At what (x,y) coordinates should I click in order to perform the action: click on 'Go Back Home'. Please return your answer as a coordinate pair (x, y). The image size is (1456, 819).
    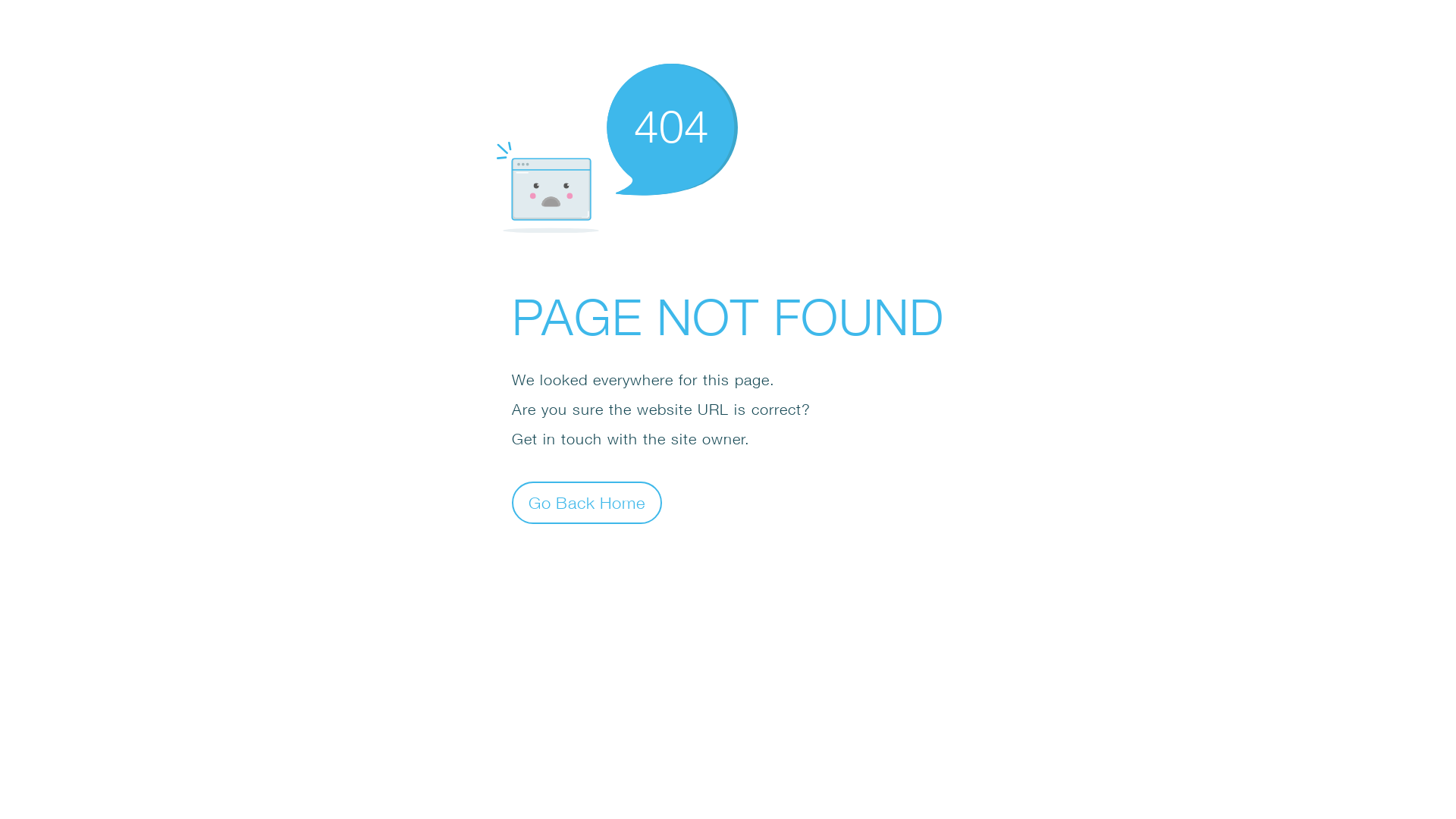
    Looking at the image, I should click on (585, 503).